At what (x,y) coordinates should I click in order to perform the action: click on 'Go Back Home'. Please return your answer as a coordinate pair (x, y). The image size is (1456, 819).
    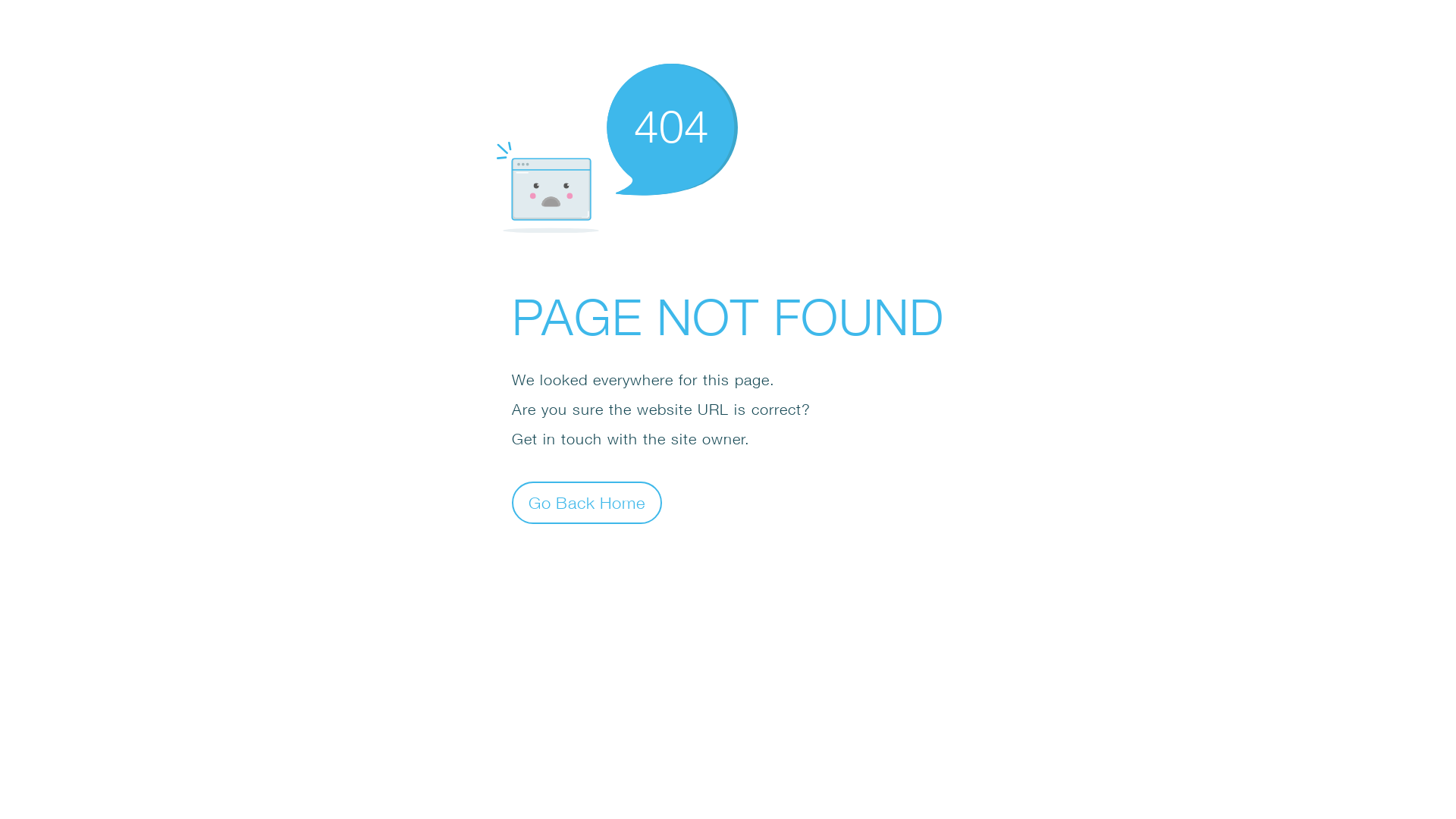
    Looking at the image, I should click on (585, 503).